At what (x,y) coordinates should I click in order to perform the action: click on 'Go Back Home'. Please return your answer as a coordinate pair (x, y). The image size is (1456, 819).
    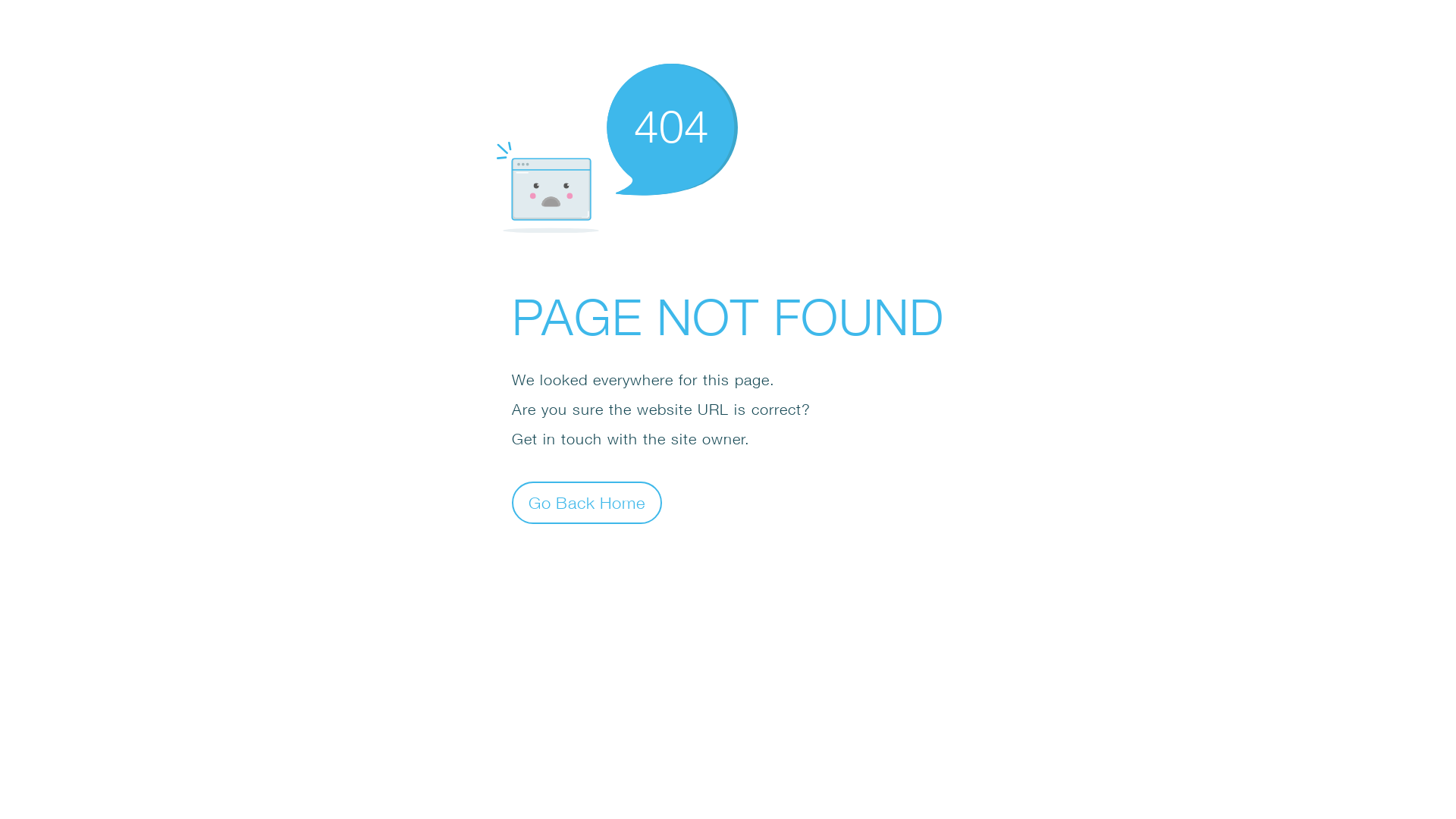
    Looking at the image, I should click on (585, 503).